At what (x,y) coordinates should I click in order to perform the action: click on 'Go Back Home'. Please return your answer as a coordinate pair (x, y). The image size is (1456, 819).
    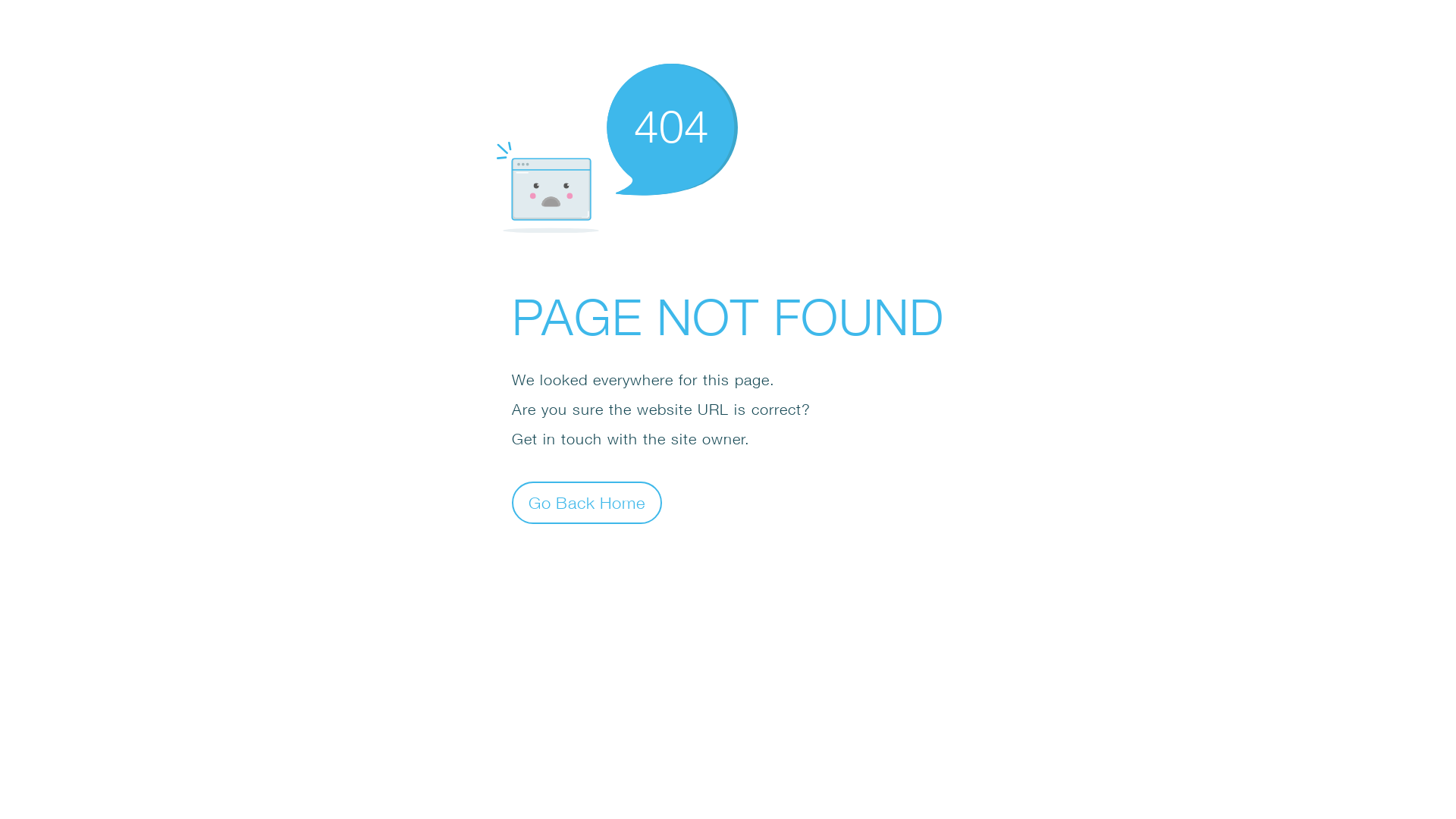
    Looking at the image, I should click on (585, 503).